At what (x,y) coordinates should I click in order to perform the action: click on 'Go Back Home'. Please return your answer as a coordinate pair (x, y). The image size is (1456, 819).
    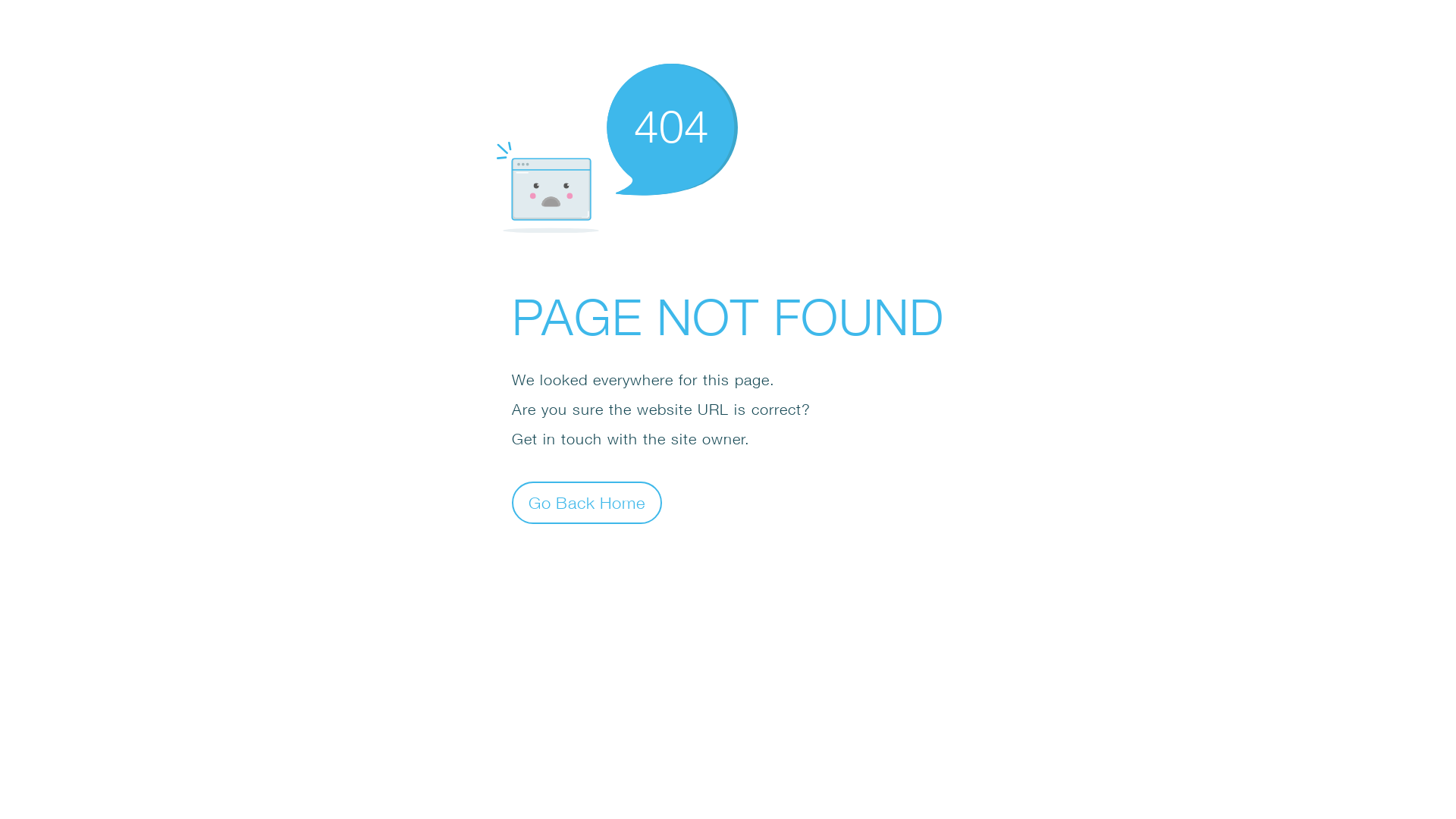
    Looking at the image, I should click on (585, 503).